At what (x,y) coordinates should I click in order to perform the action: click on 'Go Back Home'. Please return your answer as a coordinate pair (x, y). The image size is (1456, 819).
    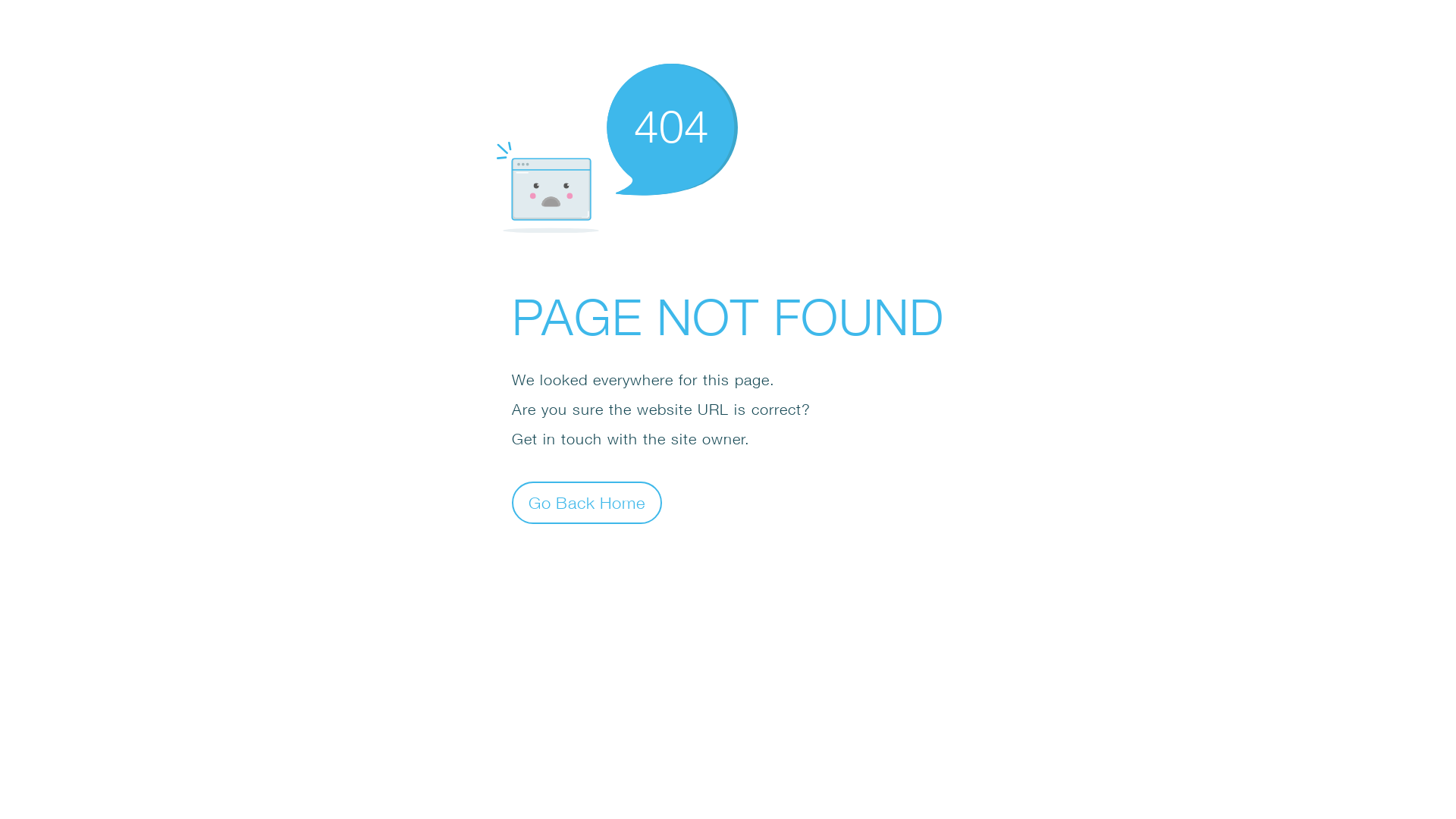
    Looking at the image, I should click on (585, 503).